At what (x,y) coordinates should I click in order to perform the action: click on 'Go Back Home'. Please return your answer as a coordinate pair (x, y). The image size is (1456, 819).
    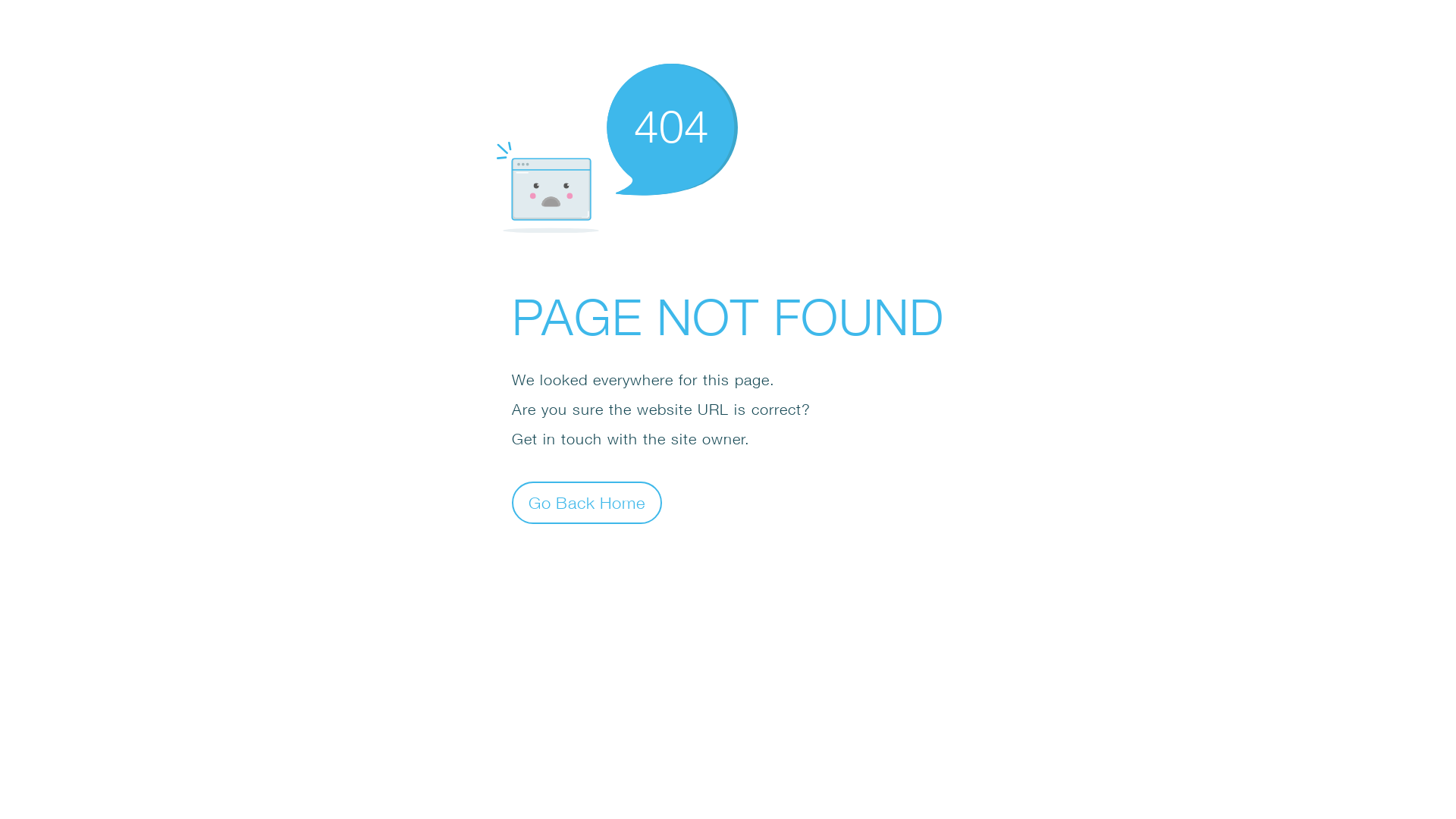
    Looking at the image, I should click on (585, 503).